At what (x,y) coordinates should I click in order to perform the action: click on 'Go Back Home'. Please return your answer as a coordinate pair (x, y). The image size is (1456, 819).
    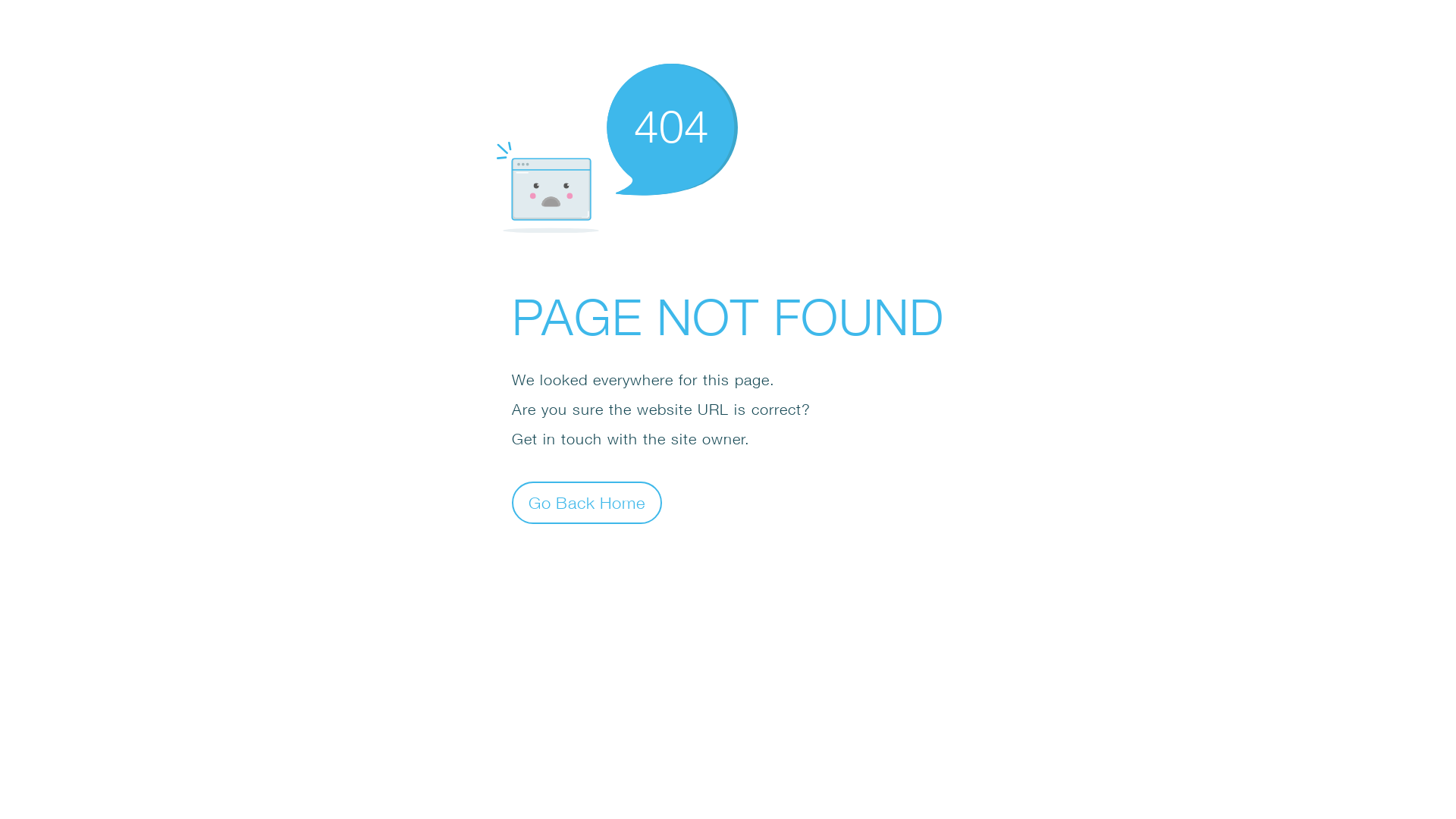
    Looking at the image, I should click on (585, 503).